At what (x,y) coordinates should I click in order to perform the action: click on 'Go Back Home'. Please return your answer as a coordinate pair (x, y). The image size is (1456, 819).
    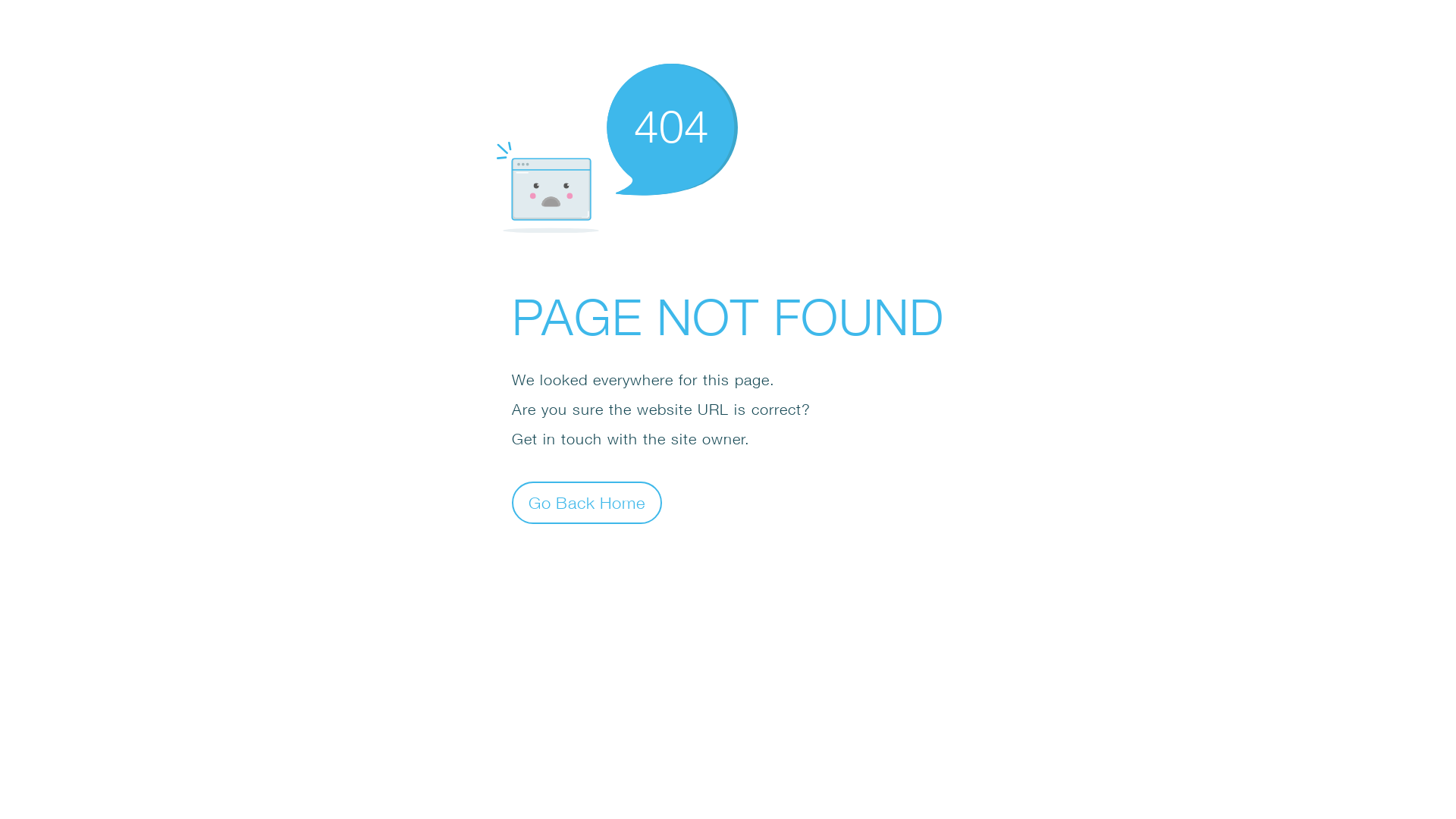
    Looking at the image, I should click on (585, 503).